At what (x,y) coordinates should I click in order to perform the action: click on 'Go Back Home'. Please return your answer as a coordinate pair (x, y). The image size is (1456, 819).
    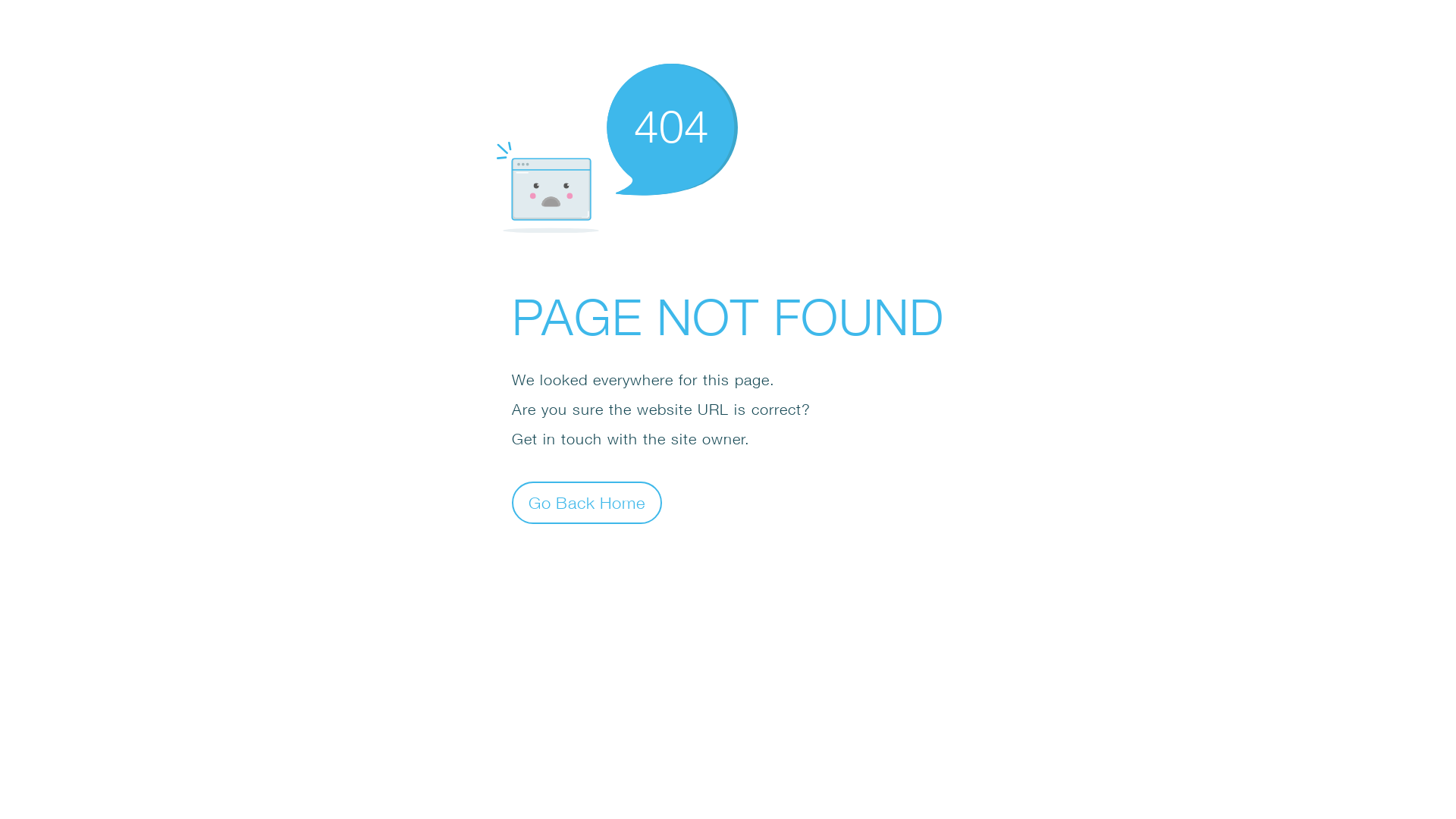
    Looking at the image, I should click on (585, 503).